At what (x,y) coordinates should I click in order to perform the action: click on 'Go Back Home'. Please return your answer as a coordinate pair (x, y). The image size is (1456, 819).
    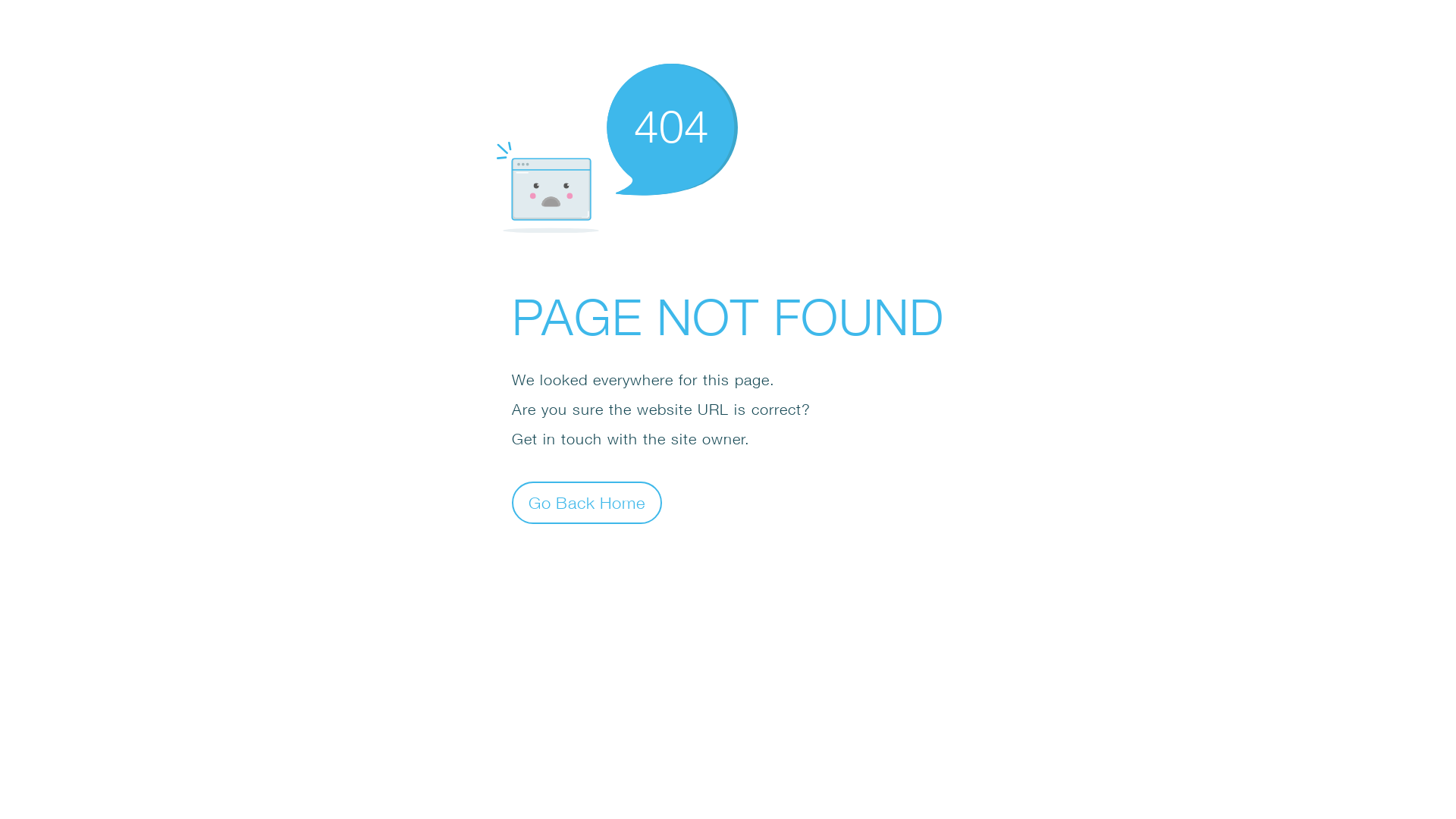
    Looking at the image, I should click on (585, 503).